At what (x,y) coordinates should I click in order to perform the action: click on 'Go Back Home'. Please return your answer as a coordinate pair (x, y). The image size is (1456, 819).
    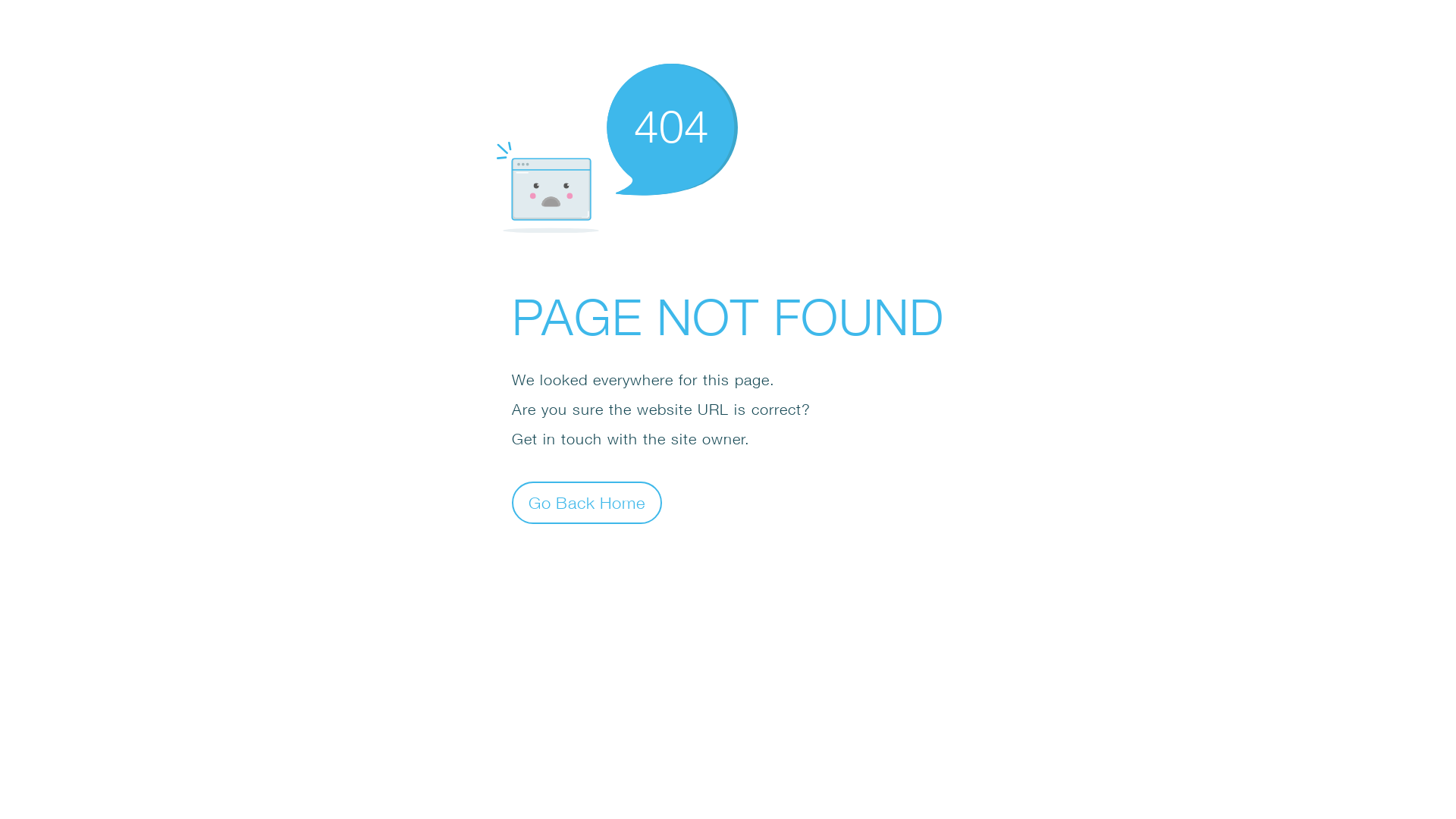
    Looking at the image, I should click on (585, 503).